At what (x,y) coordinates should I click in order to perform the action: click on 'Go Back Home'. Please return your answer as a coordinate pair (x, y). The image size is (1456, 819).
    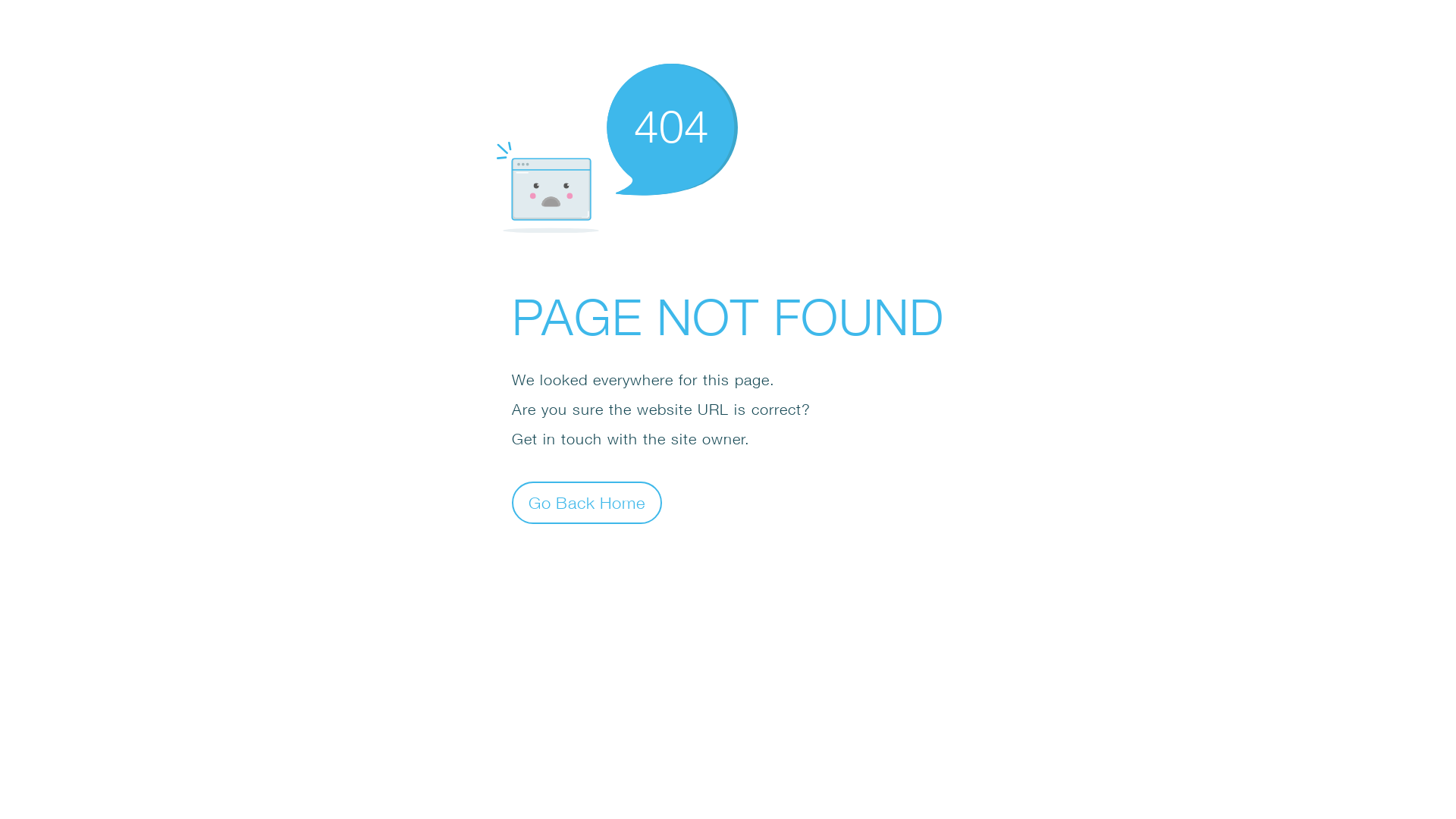
    Looking at the image, I should click on (585, 503).